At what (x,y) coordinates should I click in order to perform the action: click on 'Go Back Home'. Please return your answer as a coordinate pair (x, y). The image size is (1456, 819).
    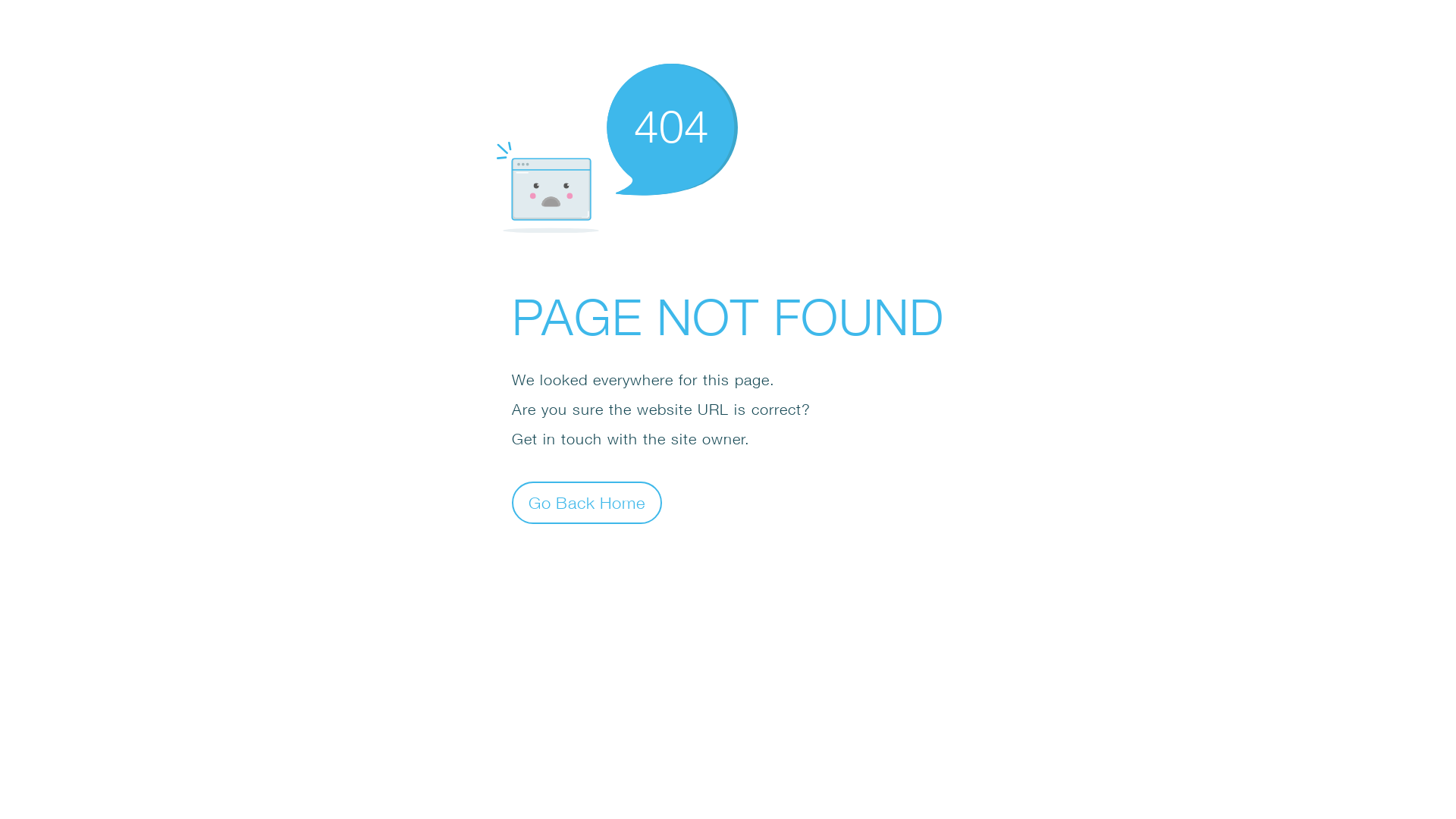
    Looking at the image, I should click on (585, 503).